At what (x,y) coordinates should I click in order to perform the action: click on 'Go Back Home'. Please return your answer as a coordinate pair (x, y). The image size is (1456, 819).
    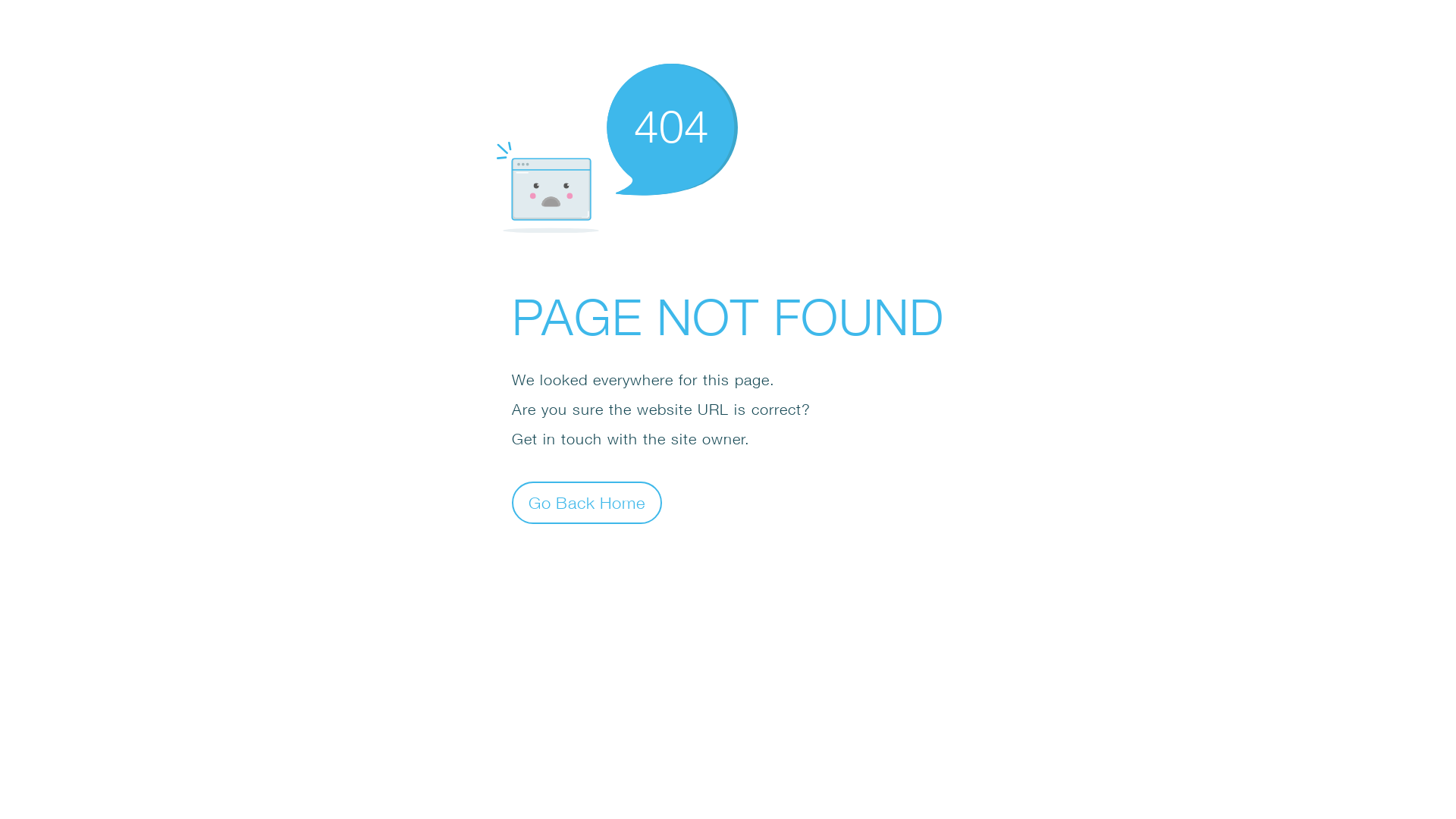
    Looking at the image, I should click on (585, 503).